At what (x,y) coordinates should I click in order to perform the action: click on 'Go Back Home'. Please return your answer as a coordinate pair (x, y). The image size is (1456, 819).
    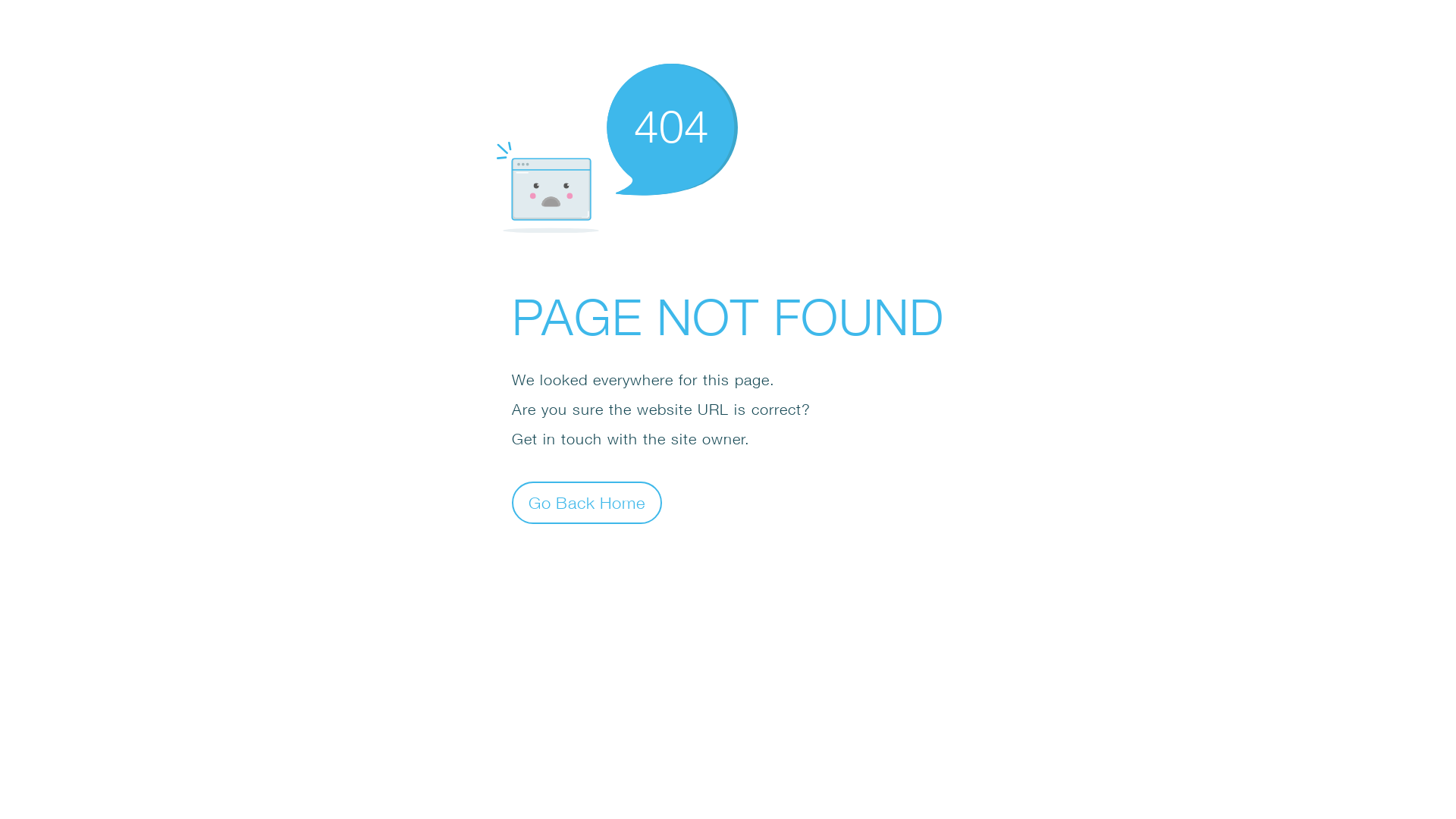
    Looking at the image, I should click on (585, 503).